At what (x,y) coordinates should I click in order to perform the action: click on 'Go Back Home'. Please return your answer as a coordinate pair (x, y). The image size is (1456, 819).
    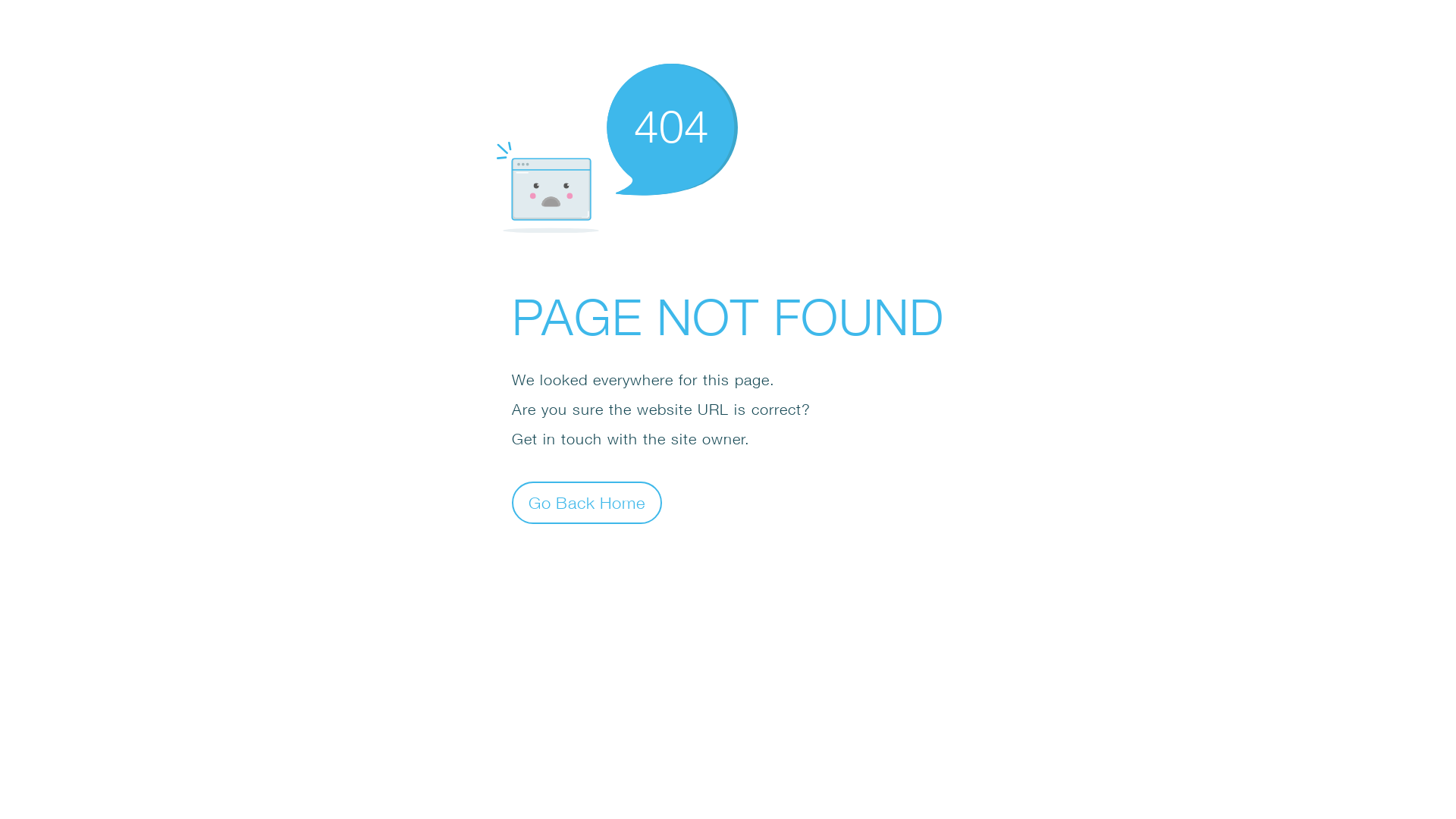
    Looking at the image, I should click on (585, 503).